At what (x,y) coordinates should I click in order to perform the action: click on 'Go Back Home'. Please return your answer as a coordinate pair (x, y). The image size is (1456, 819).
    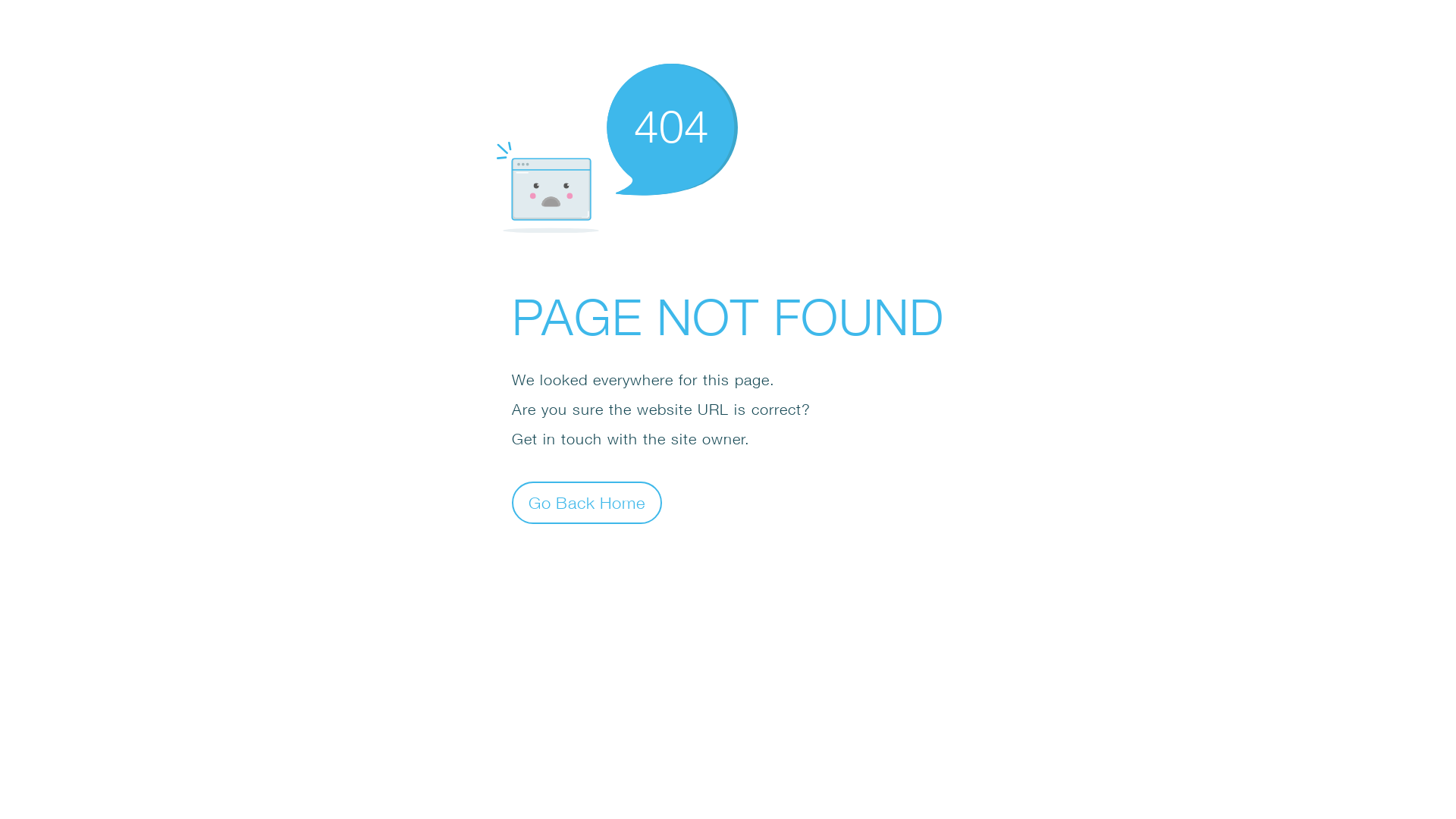
    Looking at the image, I should click on (585, 503).